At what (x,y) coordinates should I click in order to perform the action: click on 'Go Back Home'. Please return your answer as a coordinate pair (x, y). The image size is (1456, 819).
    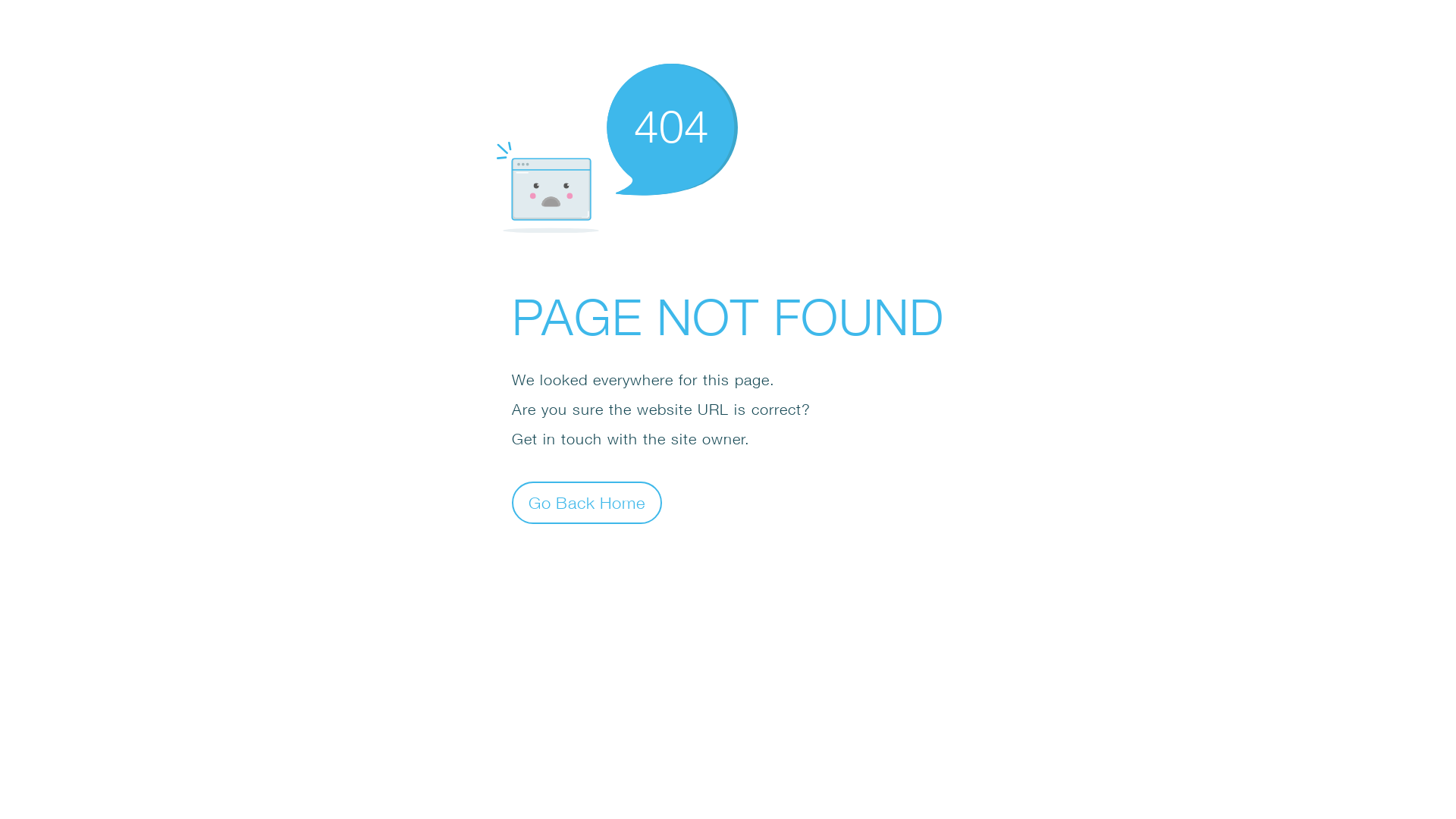
    Looking at the image, I should click on (585, 503).